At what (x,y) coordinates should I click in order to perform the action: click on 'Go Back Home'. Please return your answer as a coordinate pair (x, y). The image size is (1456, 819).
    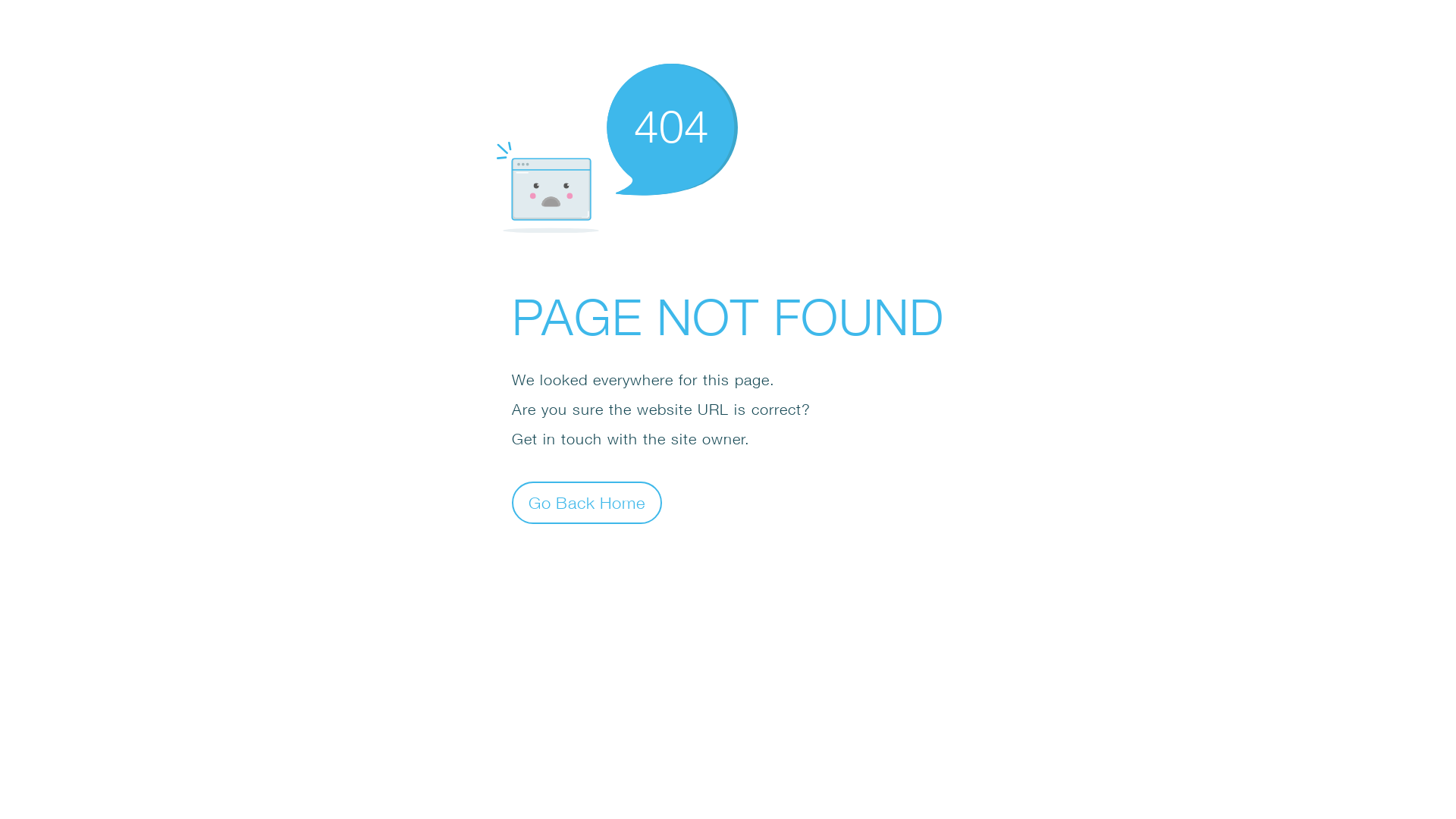
    Looking at the image, I should click on (585, 503).